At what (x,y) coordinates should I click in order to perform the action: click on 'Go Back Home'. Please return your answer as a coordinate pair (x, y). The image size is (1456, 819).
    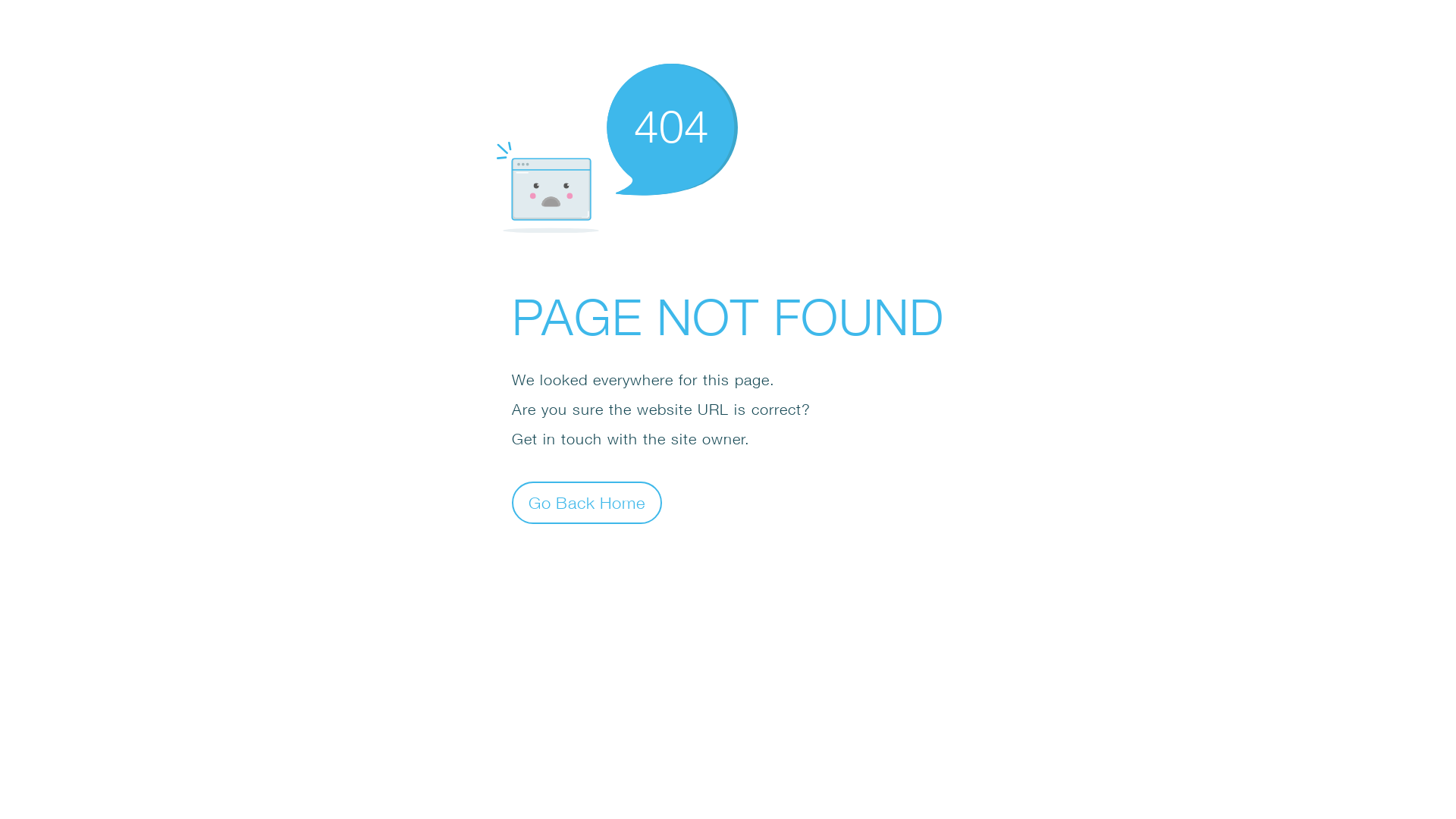
    Looking at the image, I should click on (585, 503).